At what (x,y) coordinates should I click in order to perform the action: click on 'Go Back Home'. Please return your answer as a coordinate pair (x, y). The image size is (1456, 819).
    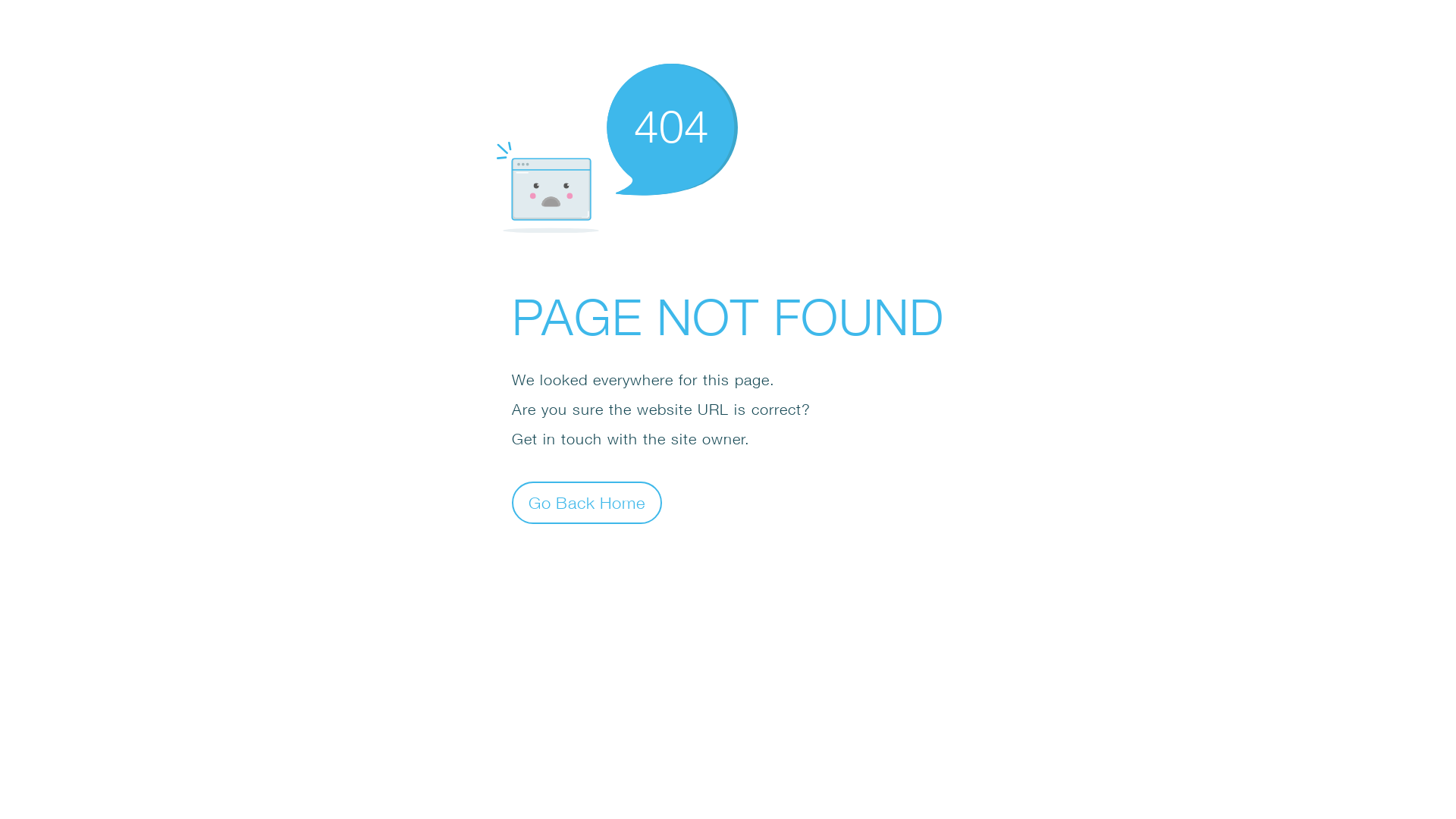
    Looking at the image, I should click on (585, 503).